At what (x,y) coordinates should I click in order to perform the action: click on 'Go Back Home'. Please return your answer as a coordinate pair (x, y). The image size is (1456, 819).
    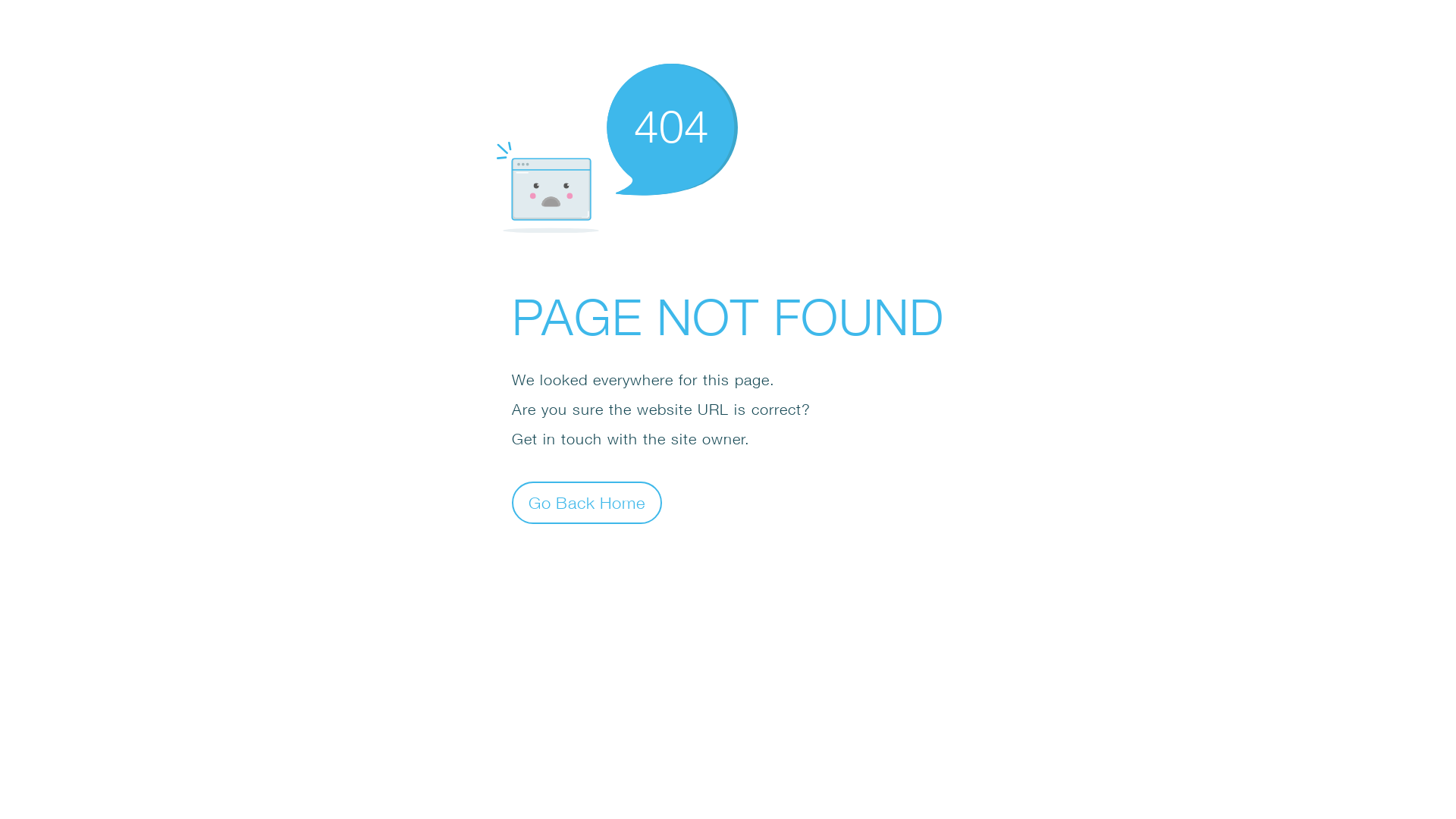
    Looking at the image, I should click on (585, 503).